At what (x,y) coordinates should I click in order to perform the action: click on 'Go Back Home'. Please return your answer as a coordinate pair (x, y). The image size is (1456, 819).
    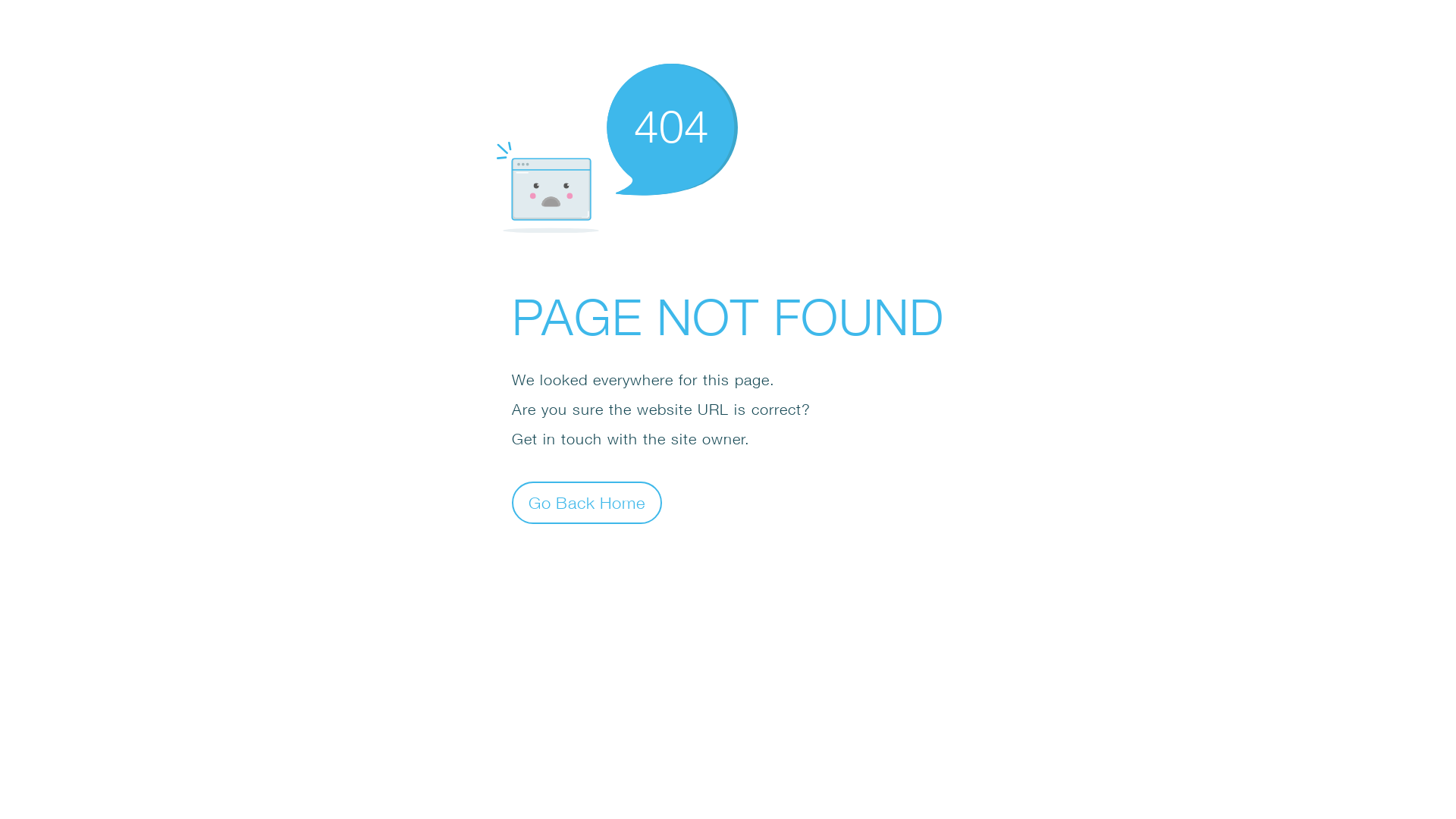
    Looking at the image, I should click on (585, 503).